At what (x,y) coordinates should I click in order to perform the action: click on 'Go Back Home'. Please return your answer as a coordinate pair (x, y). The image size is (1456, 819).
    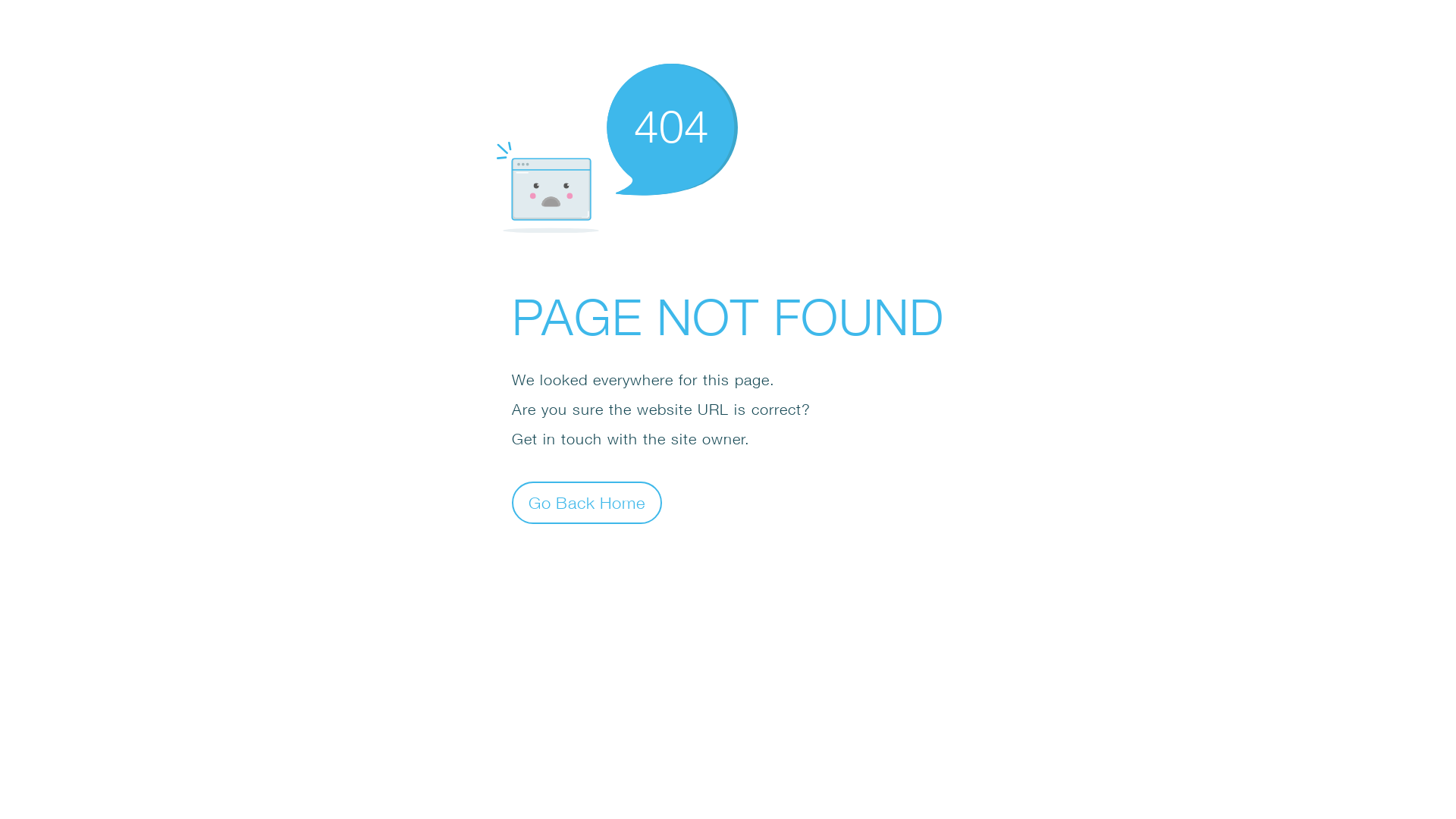
    Looking at the image, I should click on (585, 503).